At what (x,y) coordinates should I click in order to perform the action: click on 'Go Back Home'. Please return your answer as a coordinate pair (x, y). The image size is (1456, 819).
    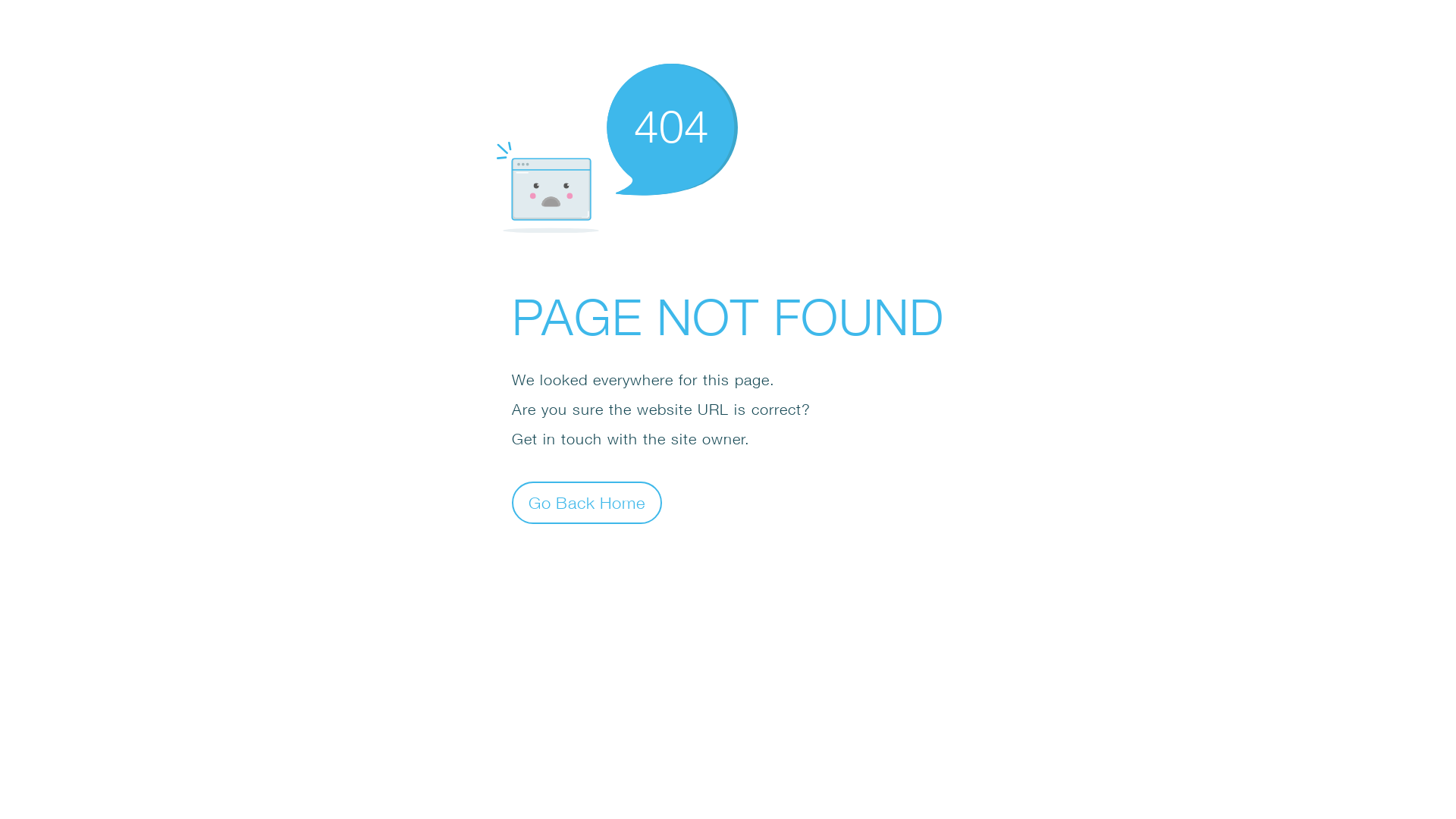
    Looking at the image, I should click on (585, 503).